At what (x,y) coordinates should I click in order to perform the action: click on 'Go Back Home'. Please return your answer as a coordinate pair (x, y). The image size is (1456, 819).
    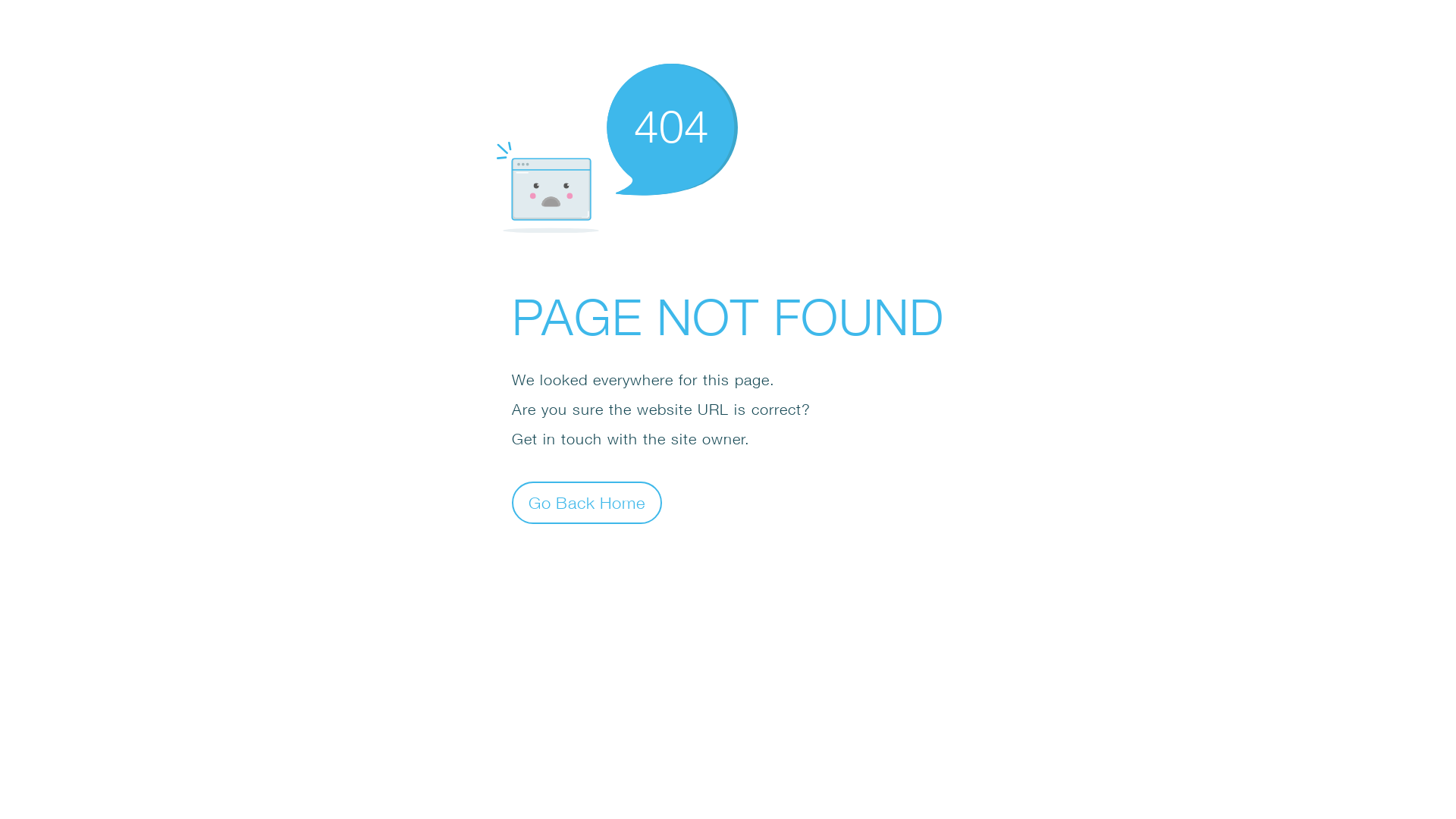
    Looking at the image, I should click on (585, 503).